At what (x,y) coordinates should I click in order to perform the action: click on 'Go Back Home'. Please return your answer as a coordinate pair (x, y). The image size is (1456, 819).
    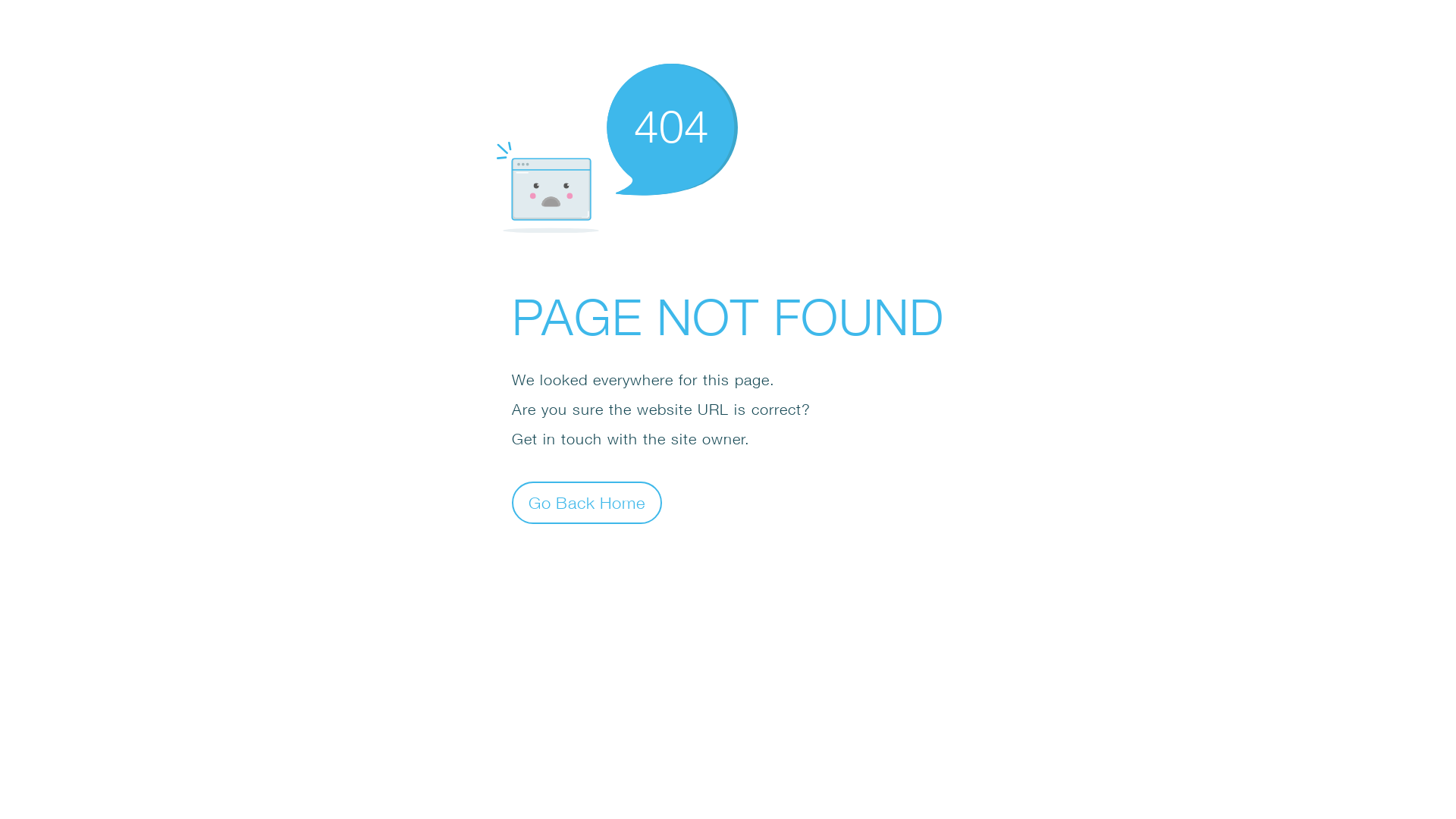
    Looking at the image, I should click on (585, 503).